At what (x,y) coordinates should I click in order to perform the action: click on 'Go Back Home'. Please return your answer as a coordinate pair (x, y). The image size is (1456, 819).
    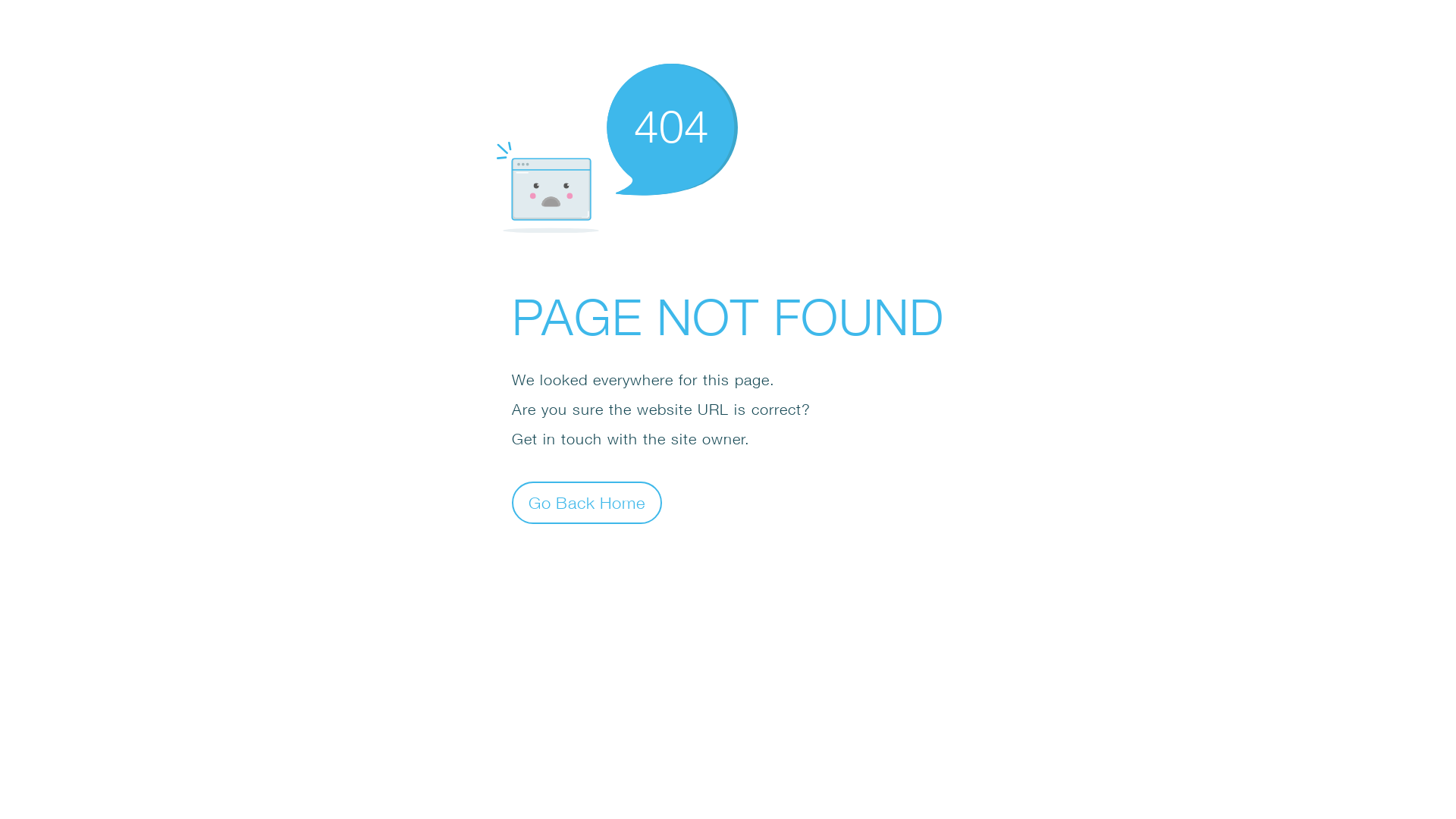
    Looking at the image, I should click on (585, 503).